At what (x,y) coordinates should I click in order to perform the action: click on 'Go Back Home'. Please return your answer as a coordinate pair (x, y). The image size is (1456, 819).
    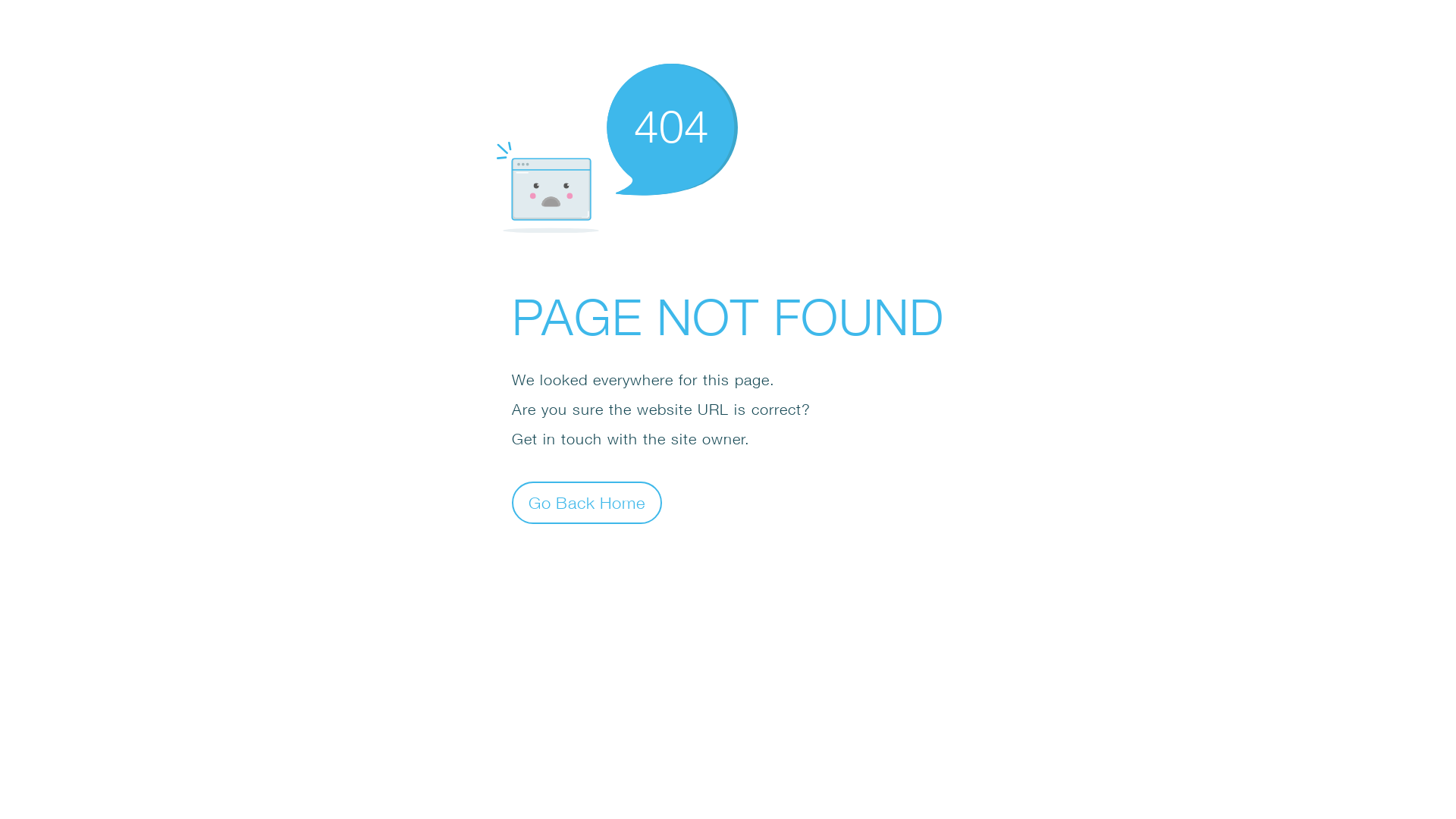
    Looking at the image, I should click on (585, 503).